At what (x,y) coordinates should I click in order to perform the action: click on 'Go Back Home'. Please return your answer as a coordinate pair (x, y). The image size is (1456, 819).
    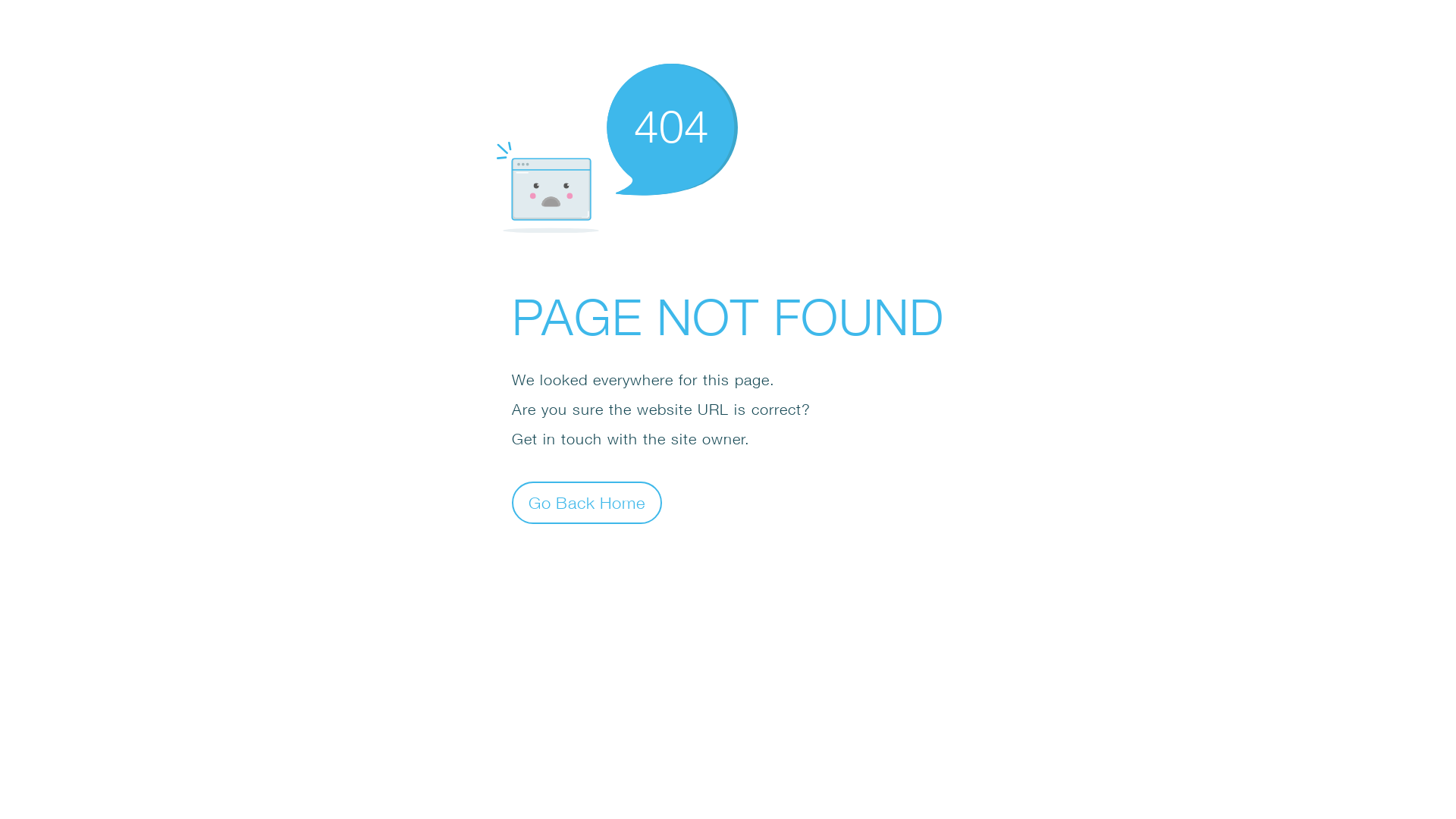
    Looking at the image, I should click on (585, 503).